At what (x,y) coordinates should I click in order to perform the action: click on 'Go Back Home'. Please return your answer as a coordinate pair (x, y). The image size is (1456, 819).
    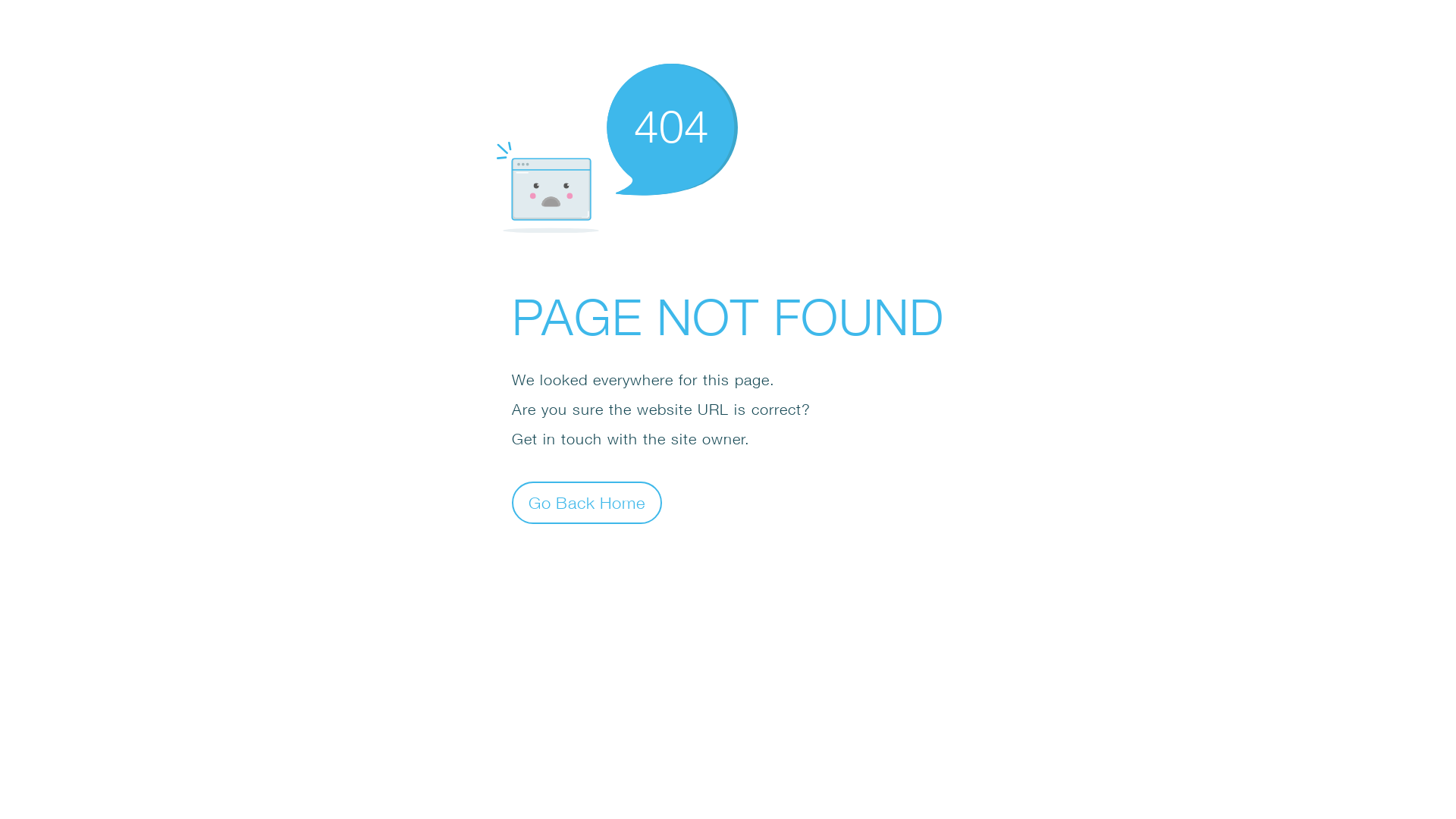
    Looking at the image, I should click on (585, 503).